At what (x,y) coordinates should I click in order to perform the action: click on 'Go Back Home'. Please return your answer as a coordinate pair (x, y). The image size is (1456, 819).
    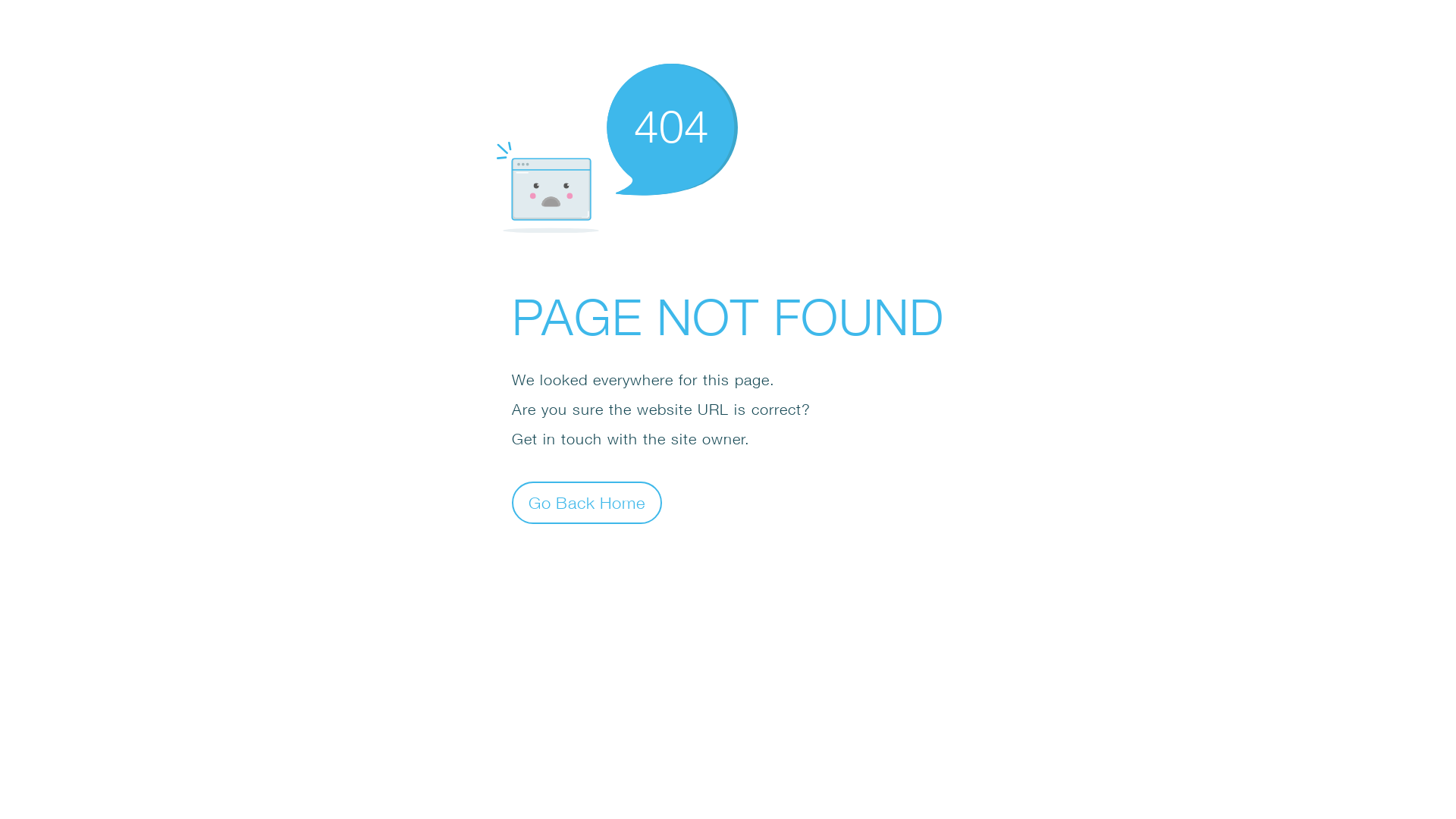
    Looking at the image, I should click on (585, 503).